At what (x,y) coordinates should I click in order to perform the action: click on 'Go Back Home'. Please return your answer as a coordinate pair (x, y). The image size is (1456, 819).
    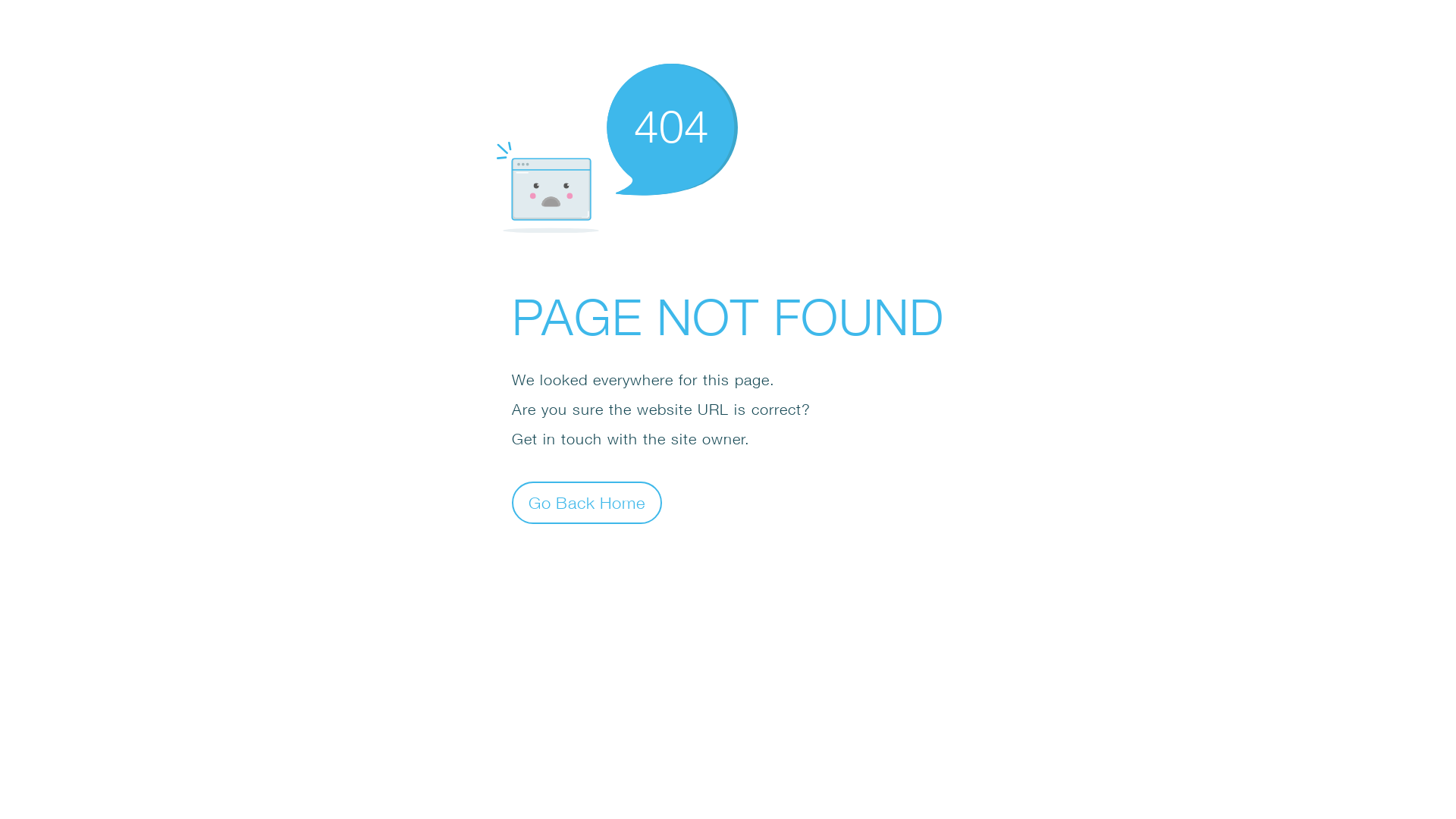
    Looking at the image, I should click on (585, 503).